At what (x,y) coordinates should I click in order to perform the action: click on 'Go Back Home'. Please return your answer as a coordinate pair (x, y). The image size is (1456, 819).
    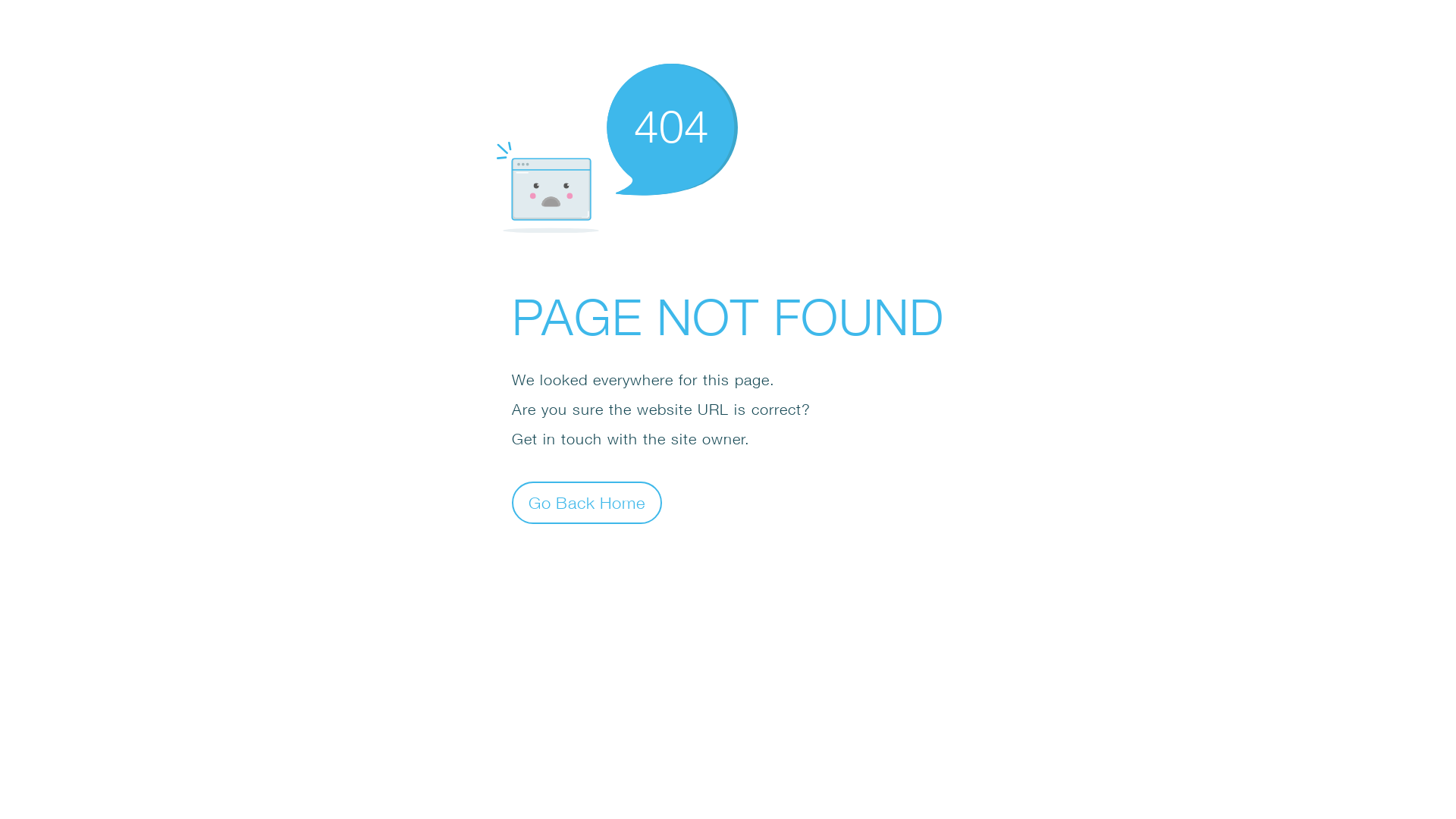
    Looking at the image, I should click on (585, 503).